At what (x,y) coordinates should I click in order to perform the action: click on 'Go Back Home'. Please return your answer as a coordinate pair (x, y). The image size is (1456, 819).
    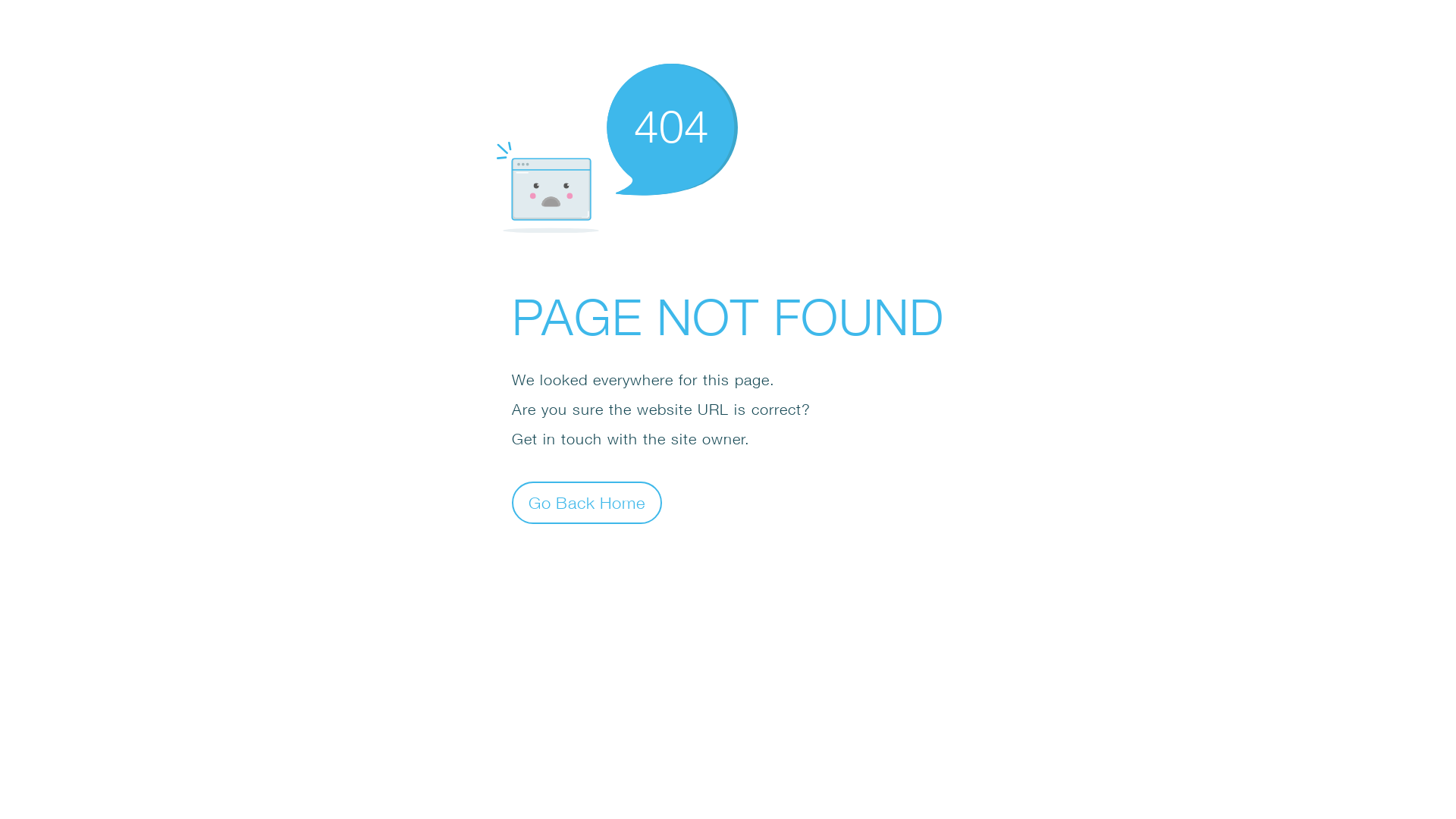
    Looking at the image, I should click on (585, 503).